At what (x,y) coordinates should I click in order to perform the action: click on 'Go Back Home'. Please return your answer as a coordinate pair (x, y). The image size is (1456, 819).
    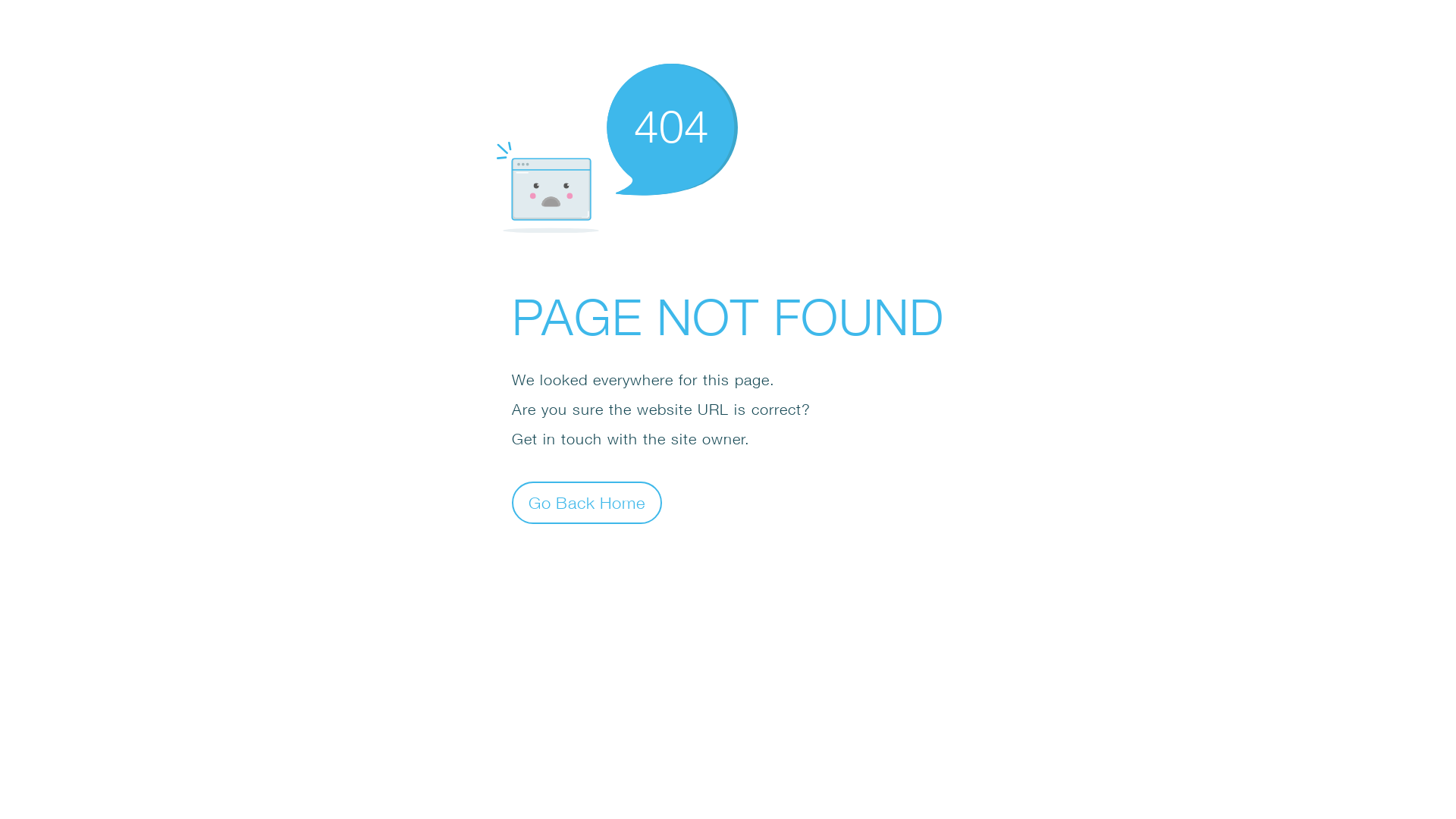
    Looking at the image, I should click on (585, 503).